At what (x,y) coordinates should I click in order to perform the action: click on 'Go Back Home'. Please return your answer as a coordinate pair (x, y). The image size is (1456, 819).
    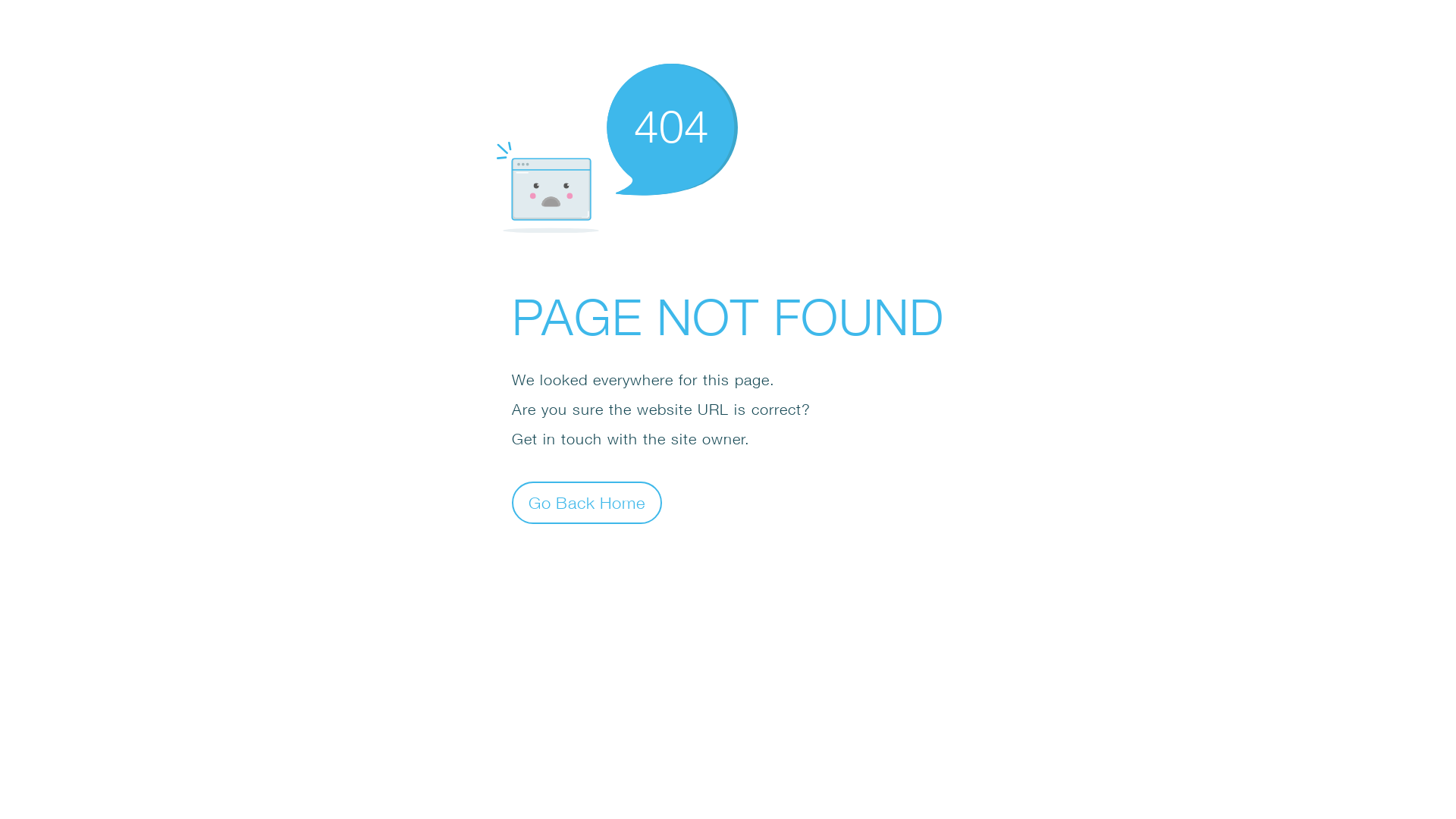
    Looking at the image, I should click on (585, 503).